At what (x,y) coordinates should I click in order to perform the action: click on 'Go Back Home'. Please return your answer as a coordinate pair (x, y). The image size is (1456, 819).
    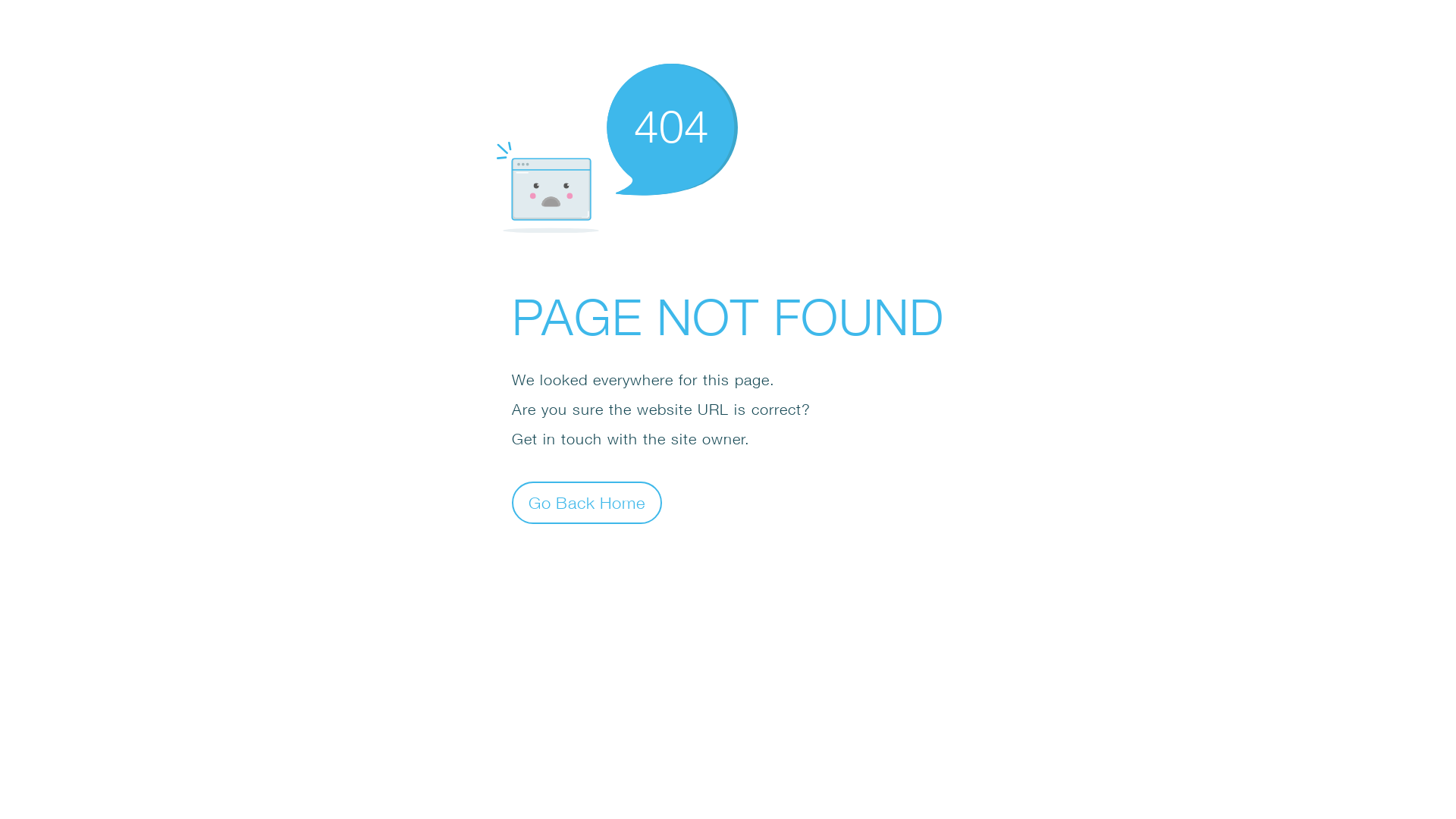
    Looking at the image, I should click on (585, 503).